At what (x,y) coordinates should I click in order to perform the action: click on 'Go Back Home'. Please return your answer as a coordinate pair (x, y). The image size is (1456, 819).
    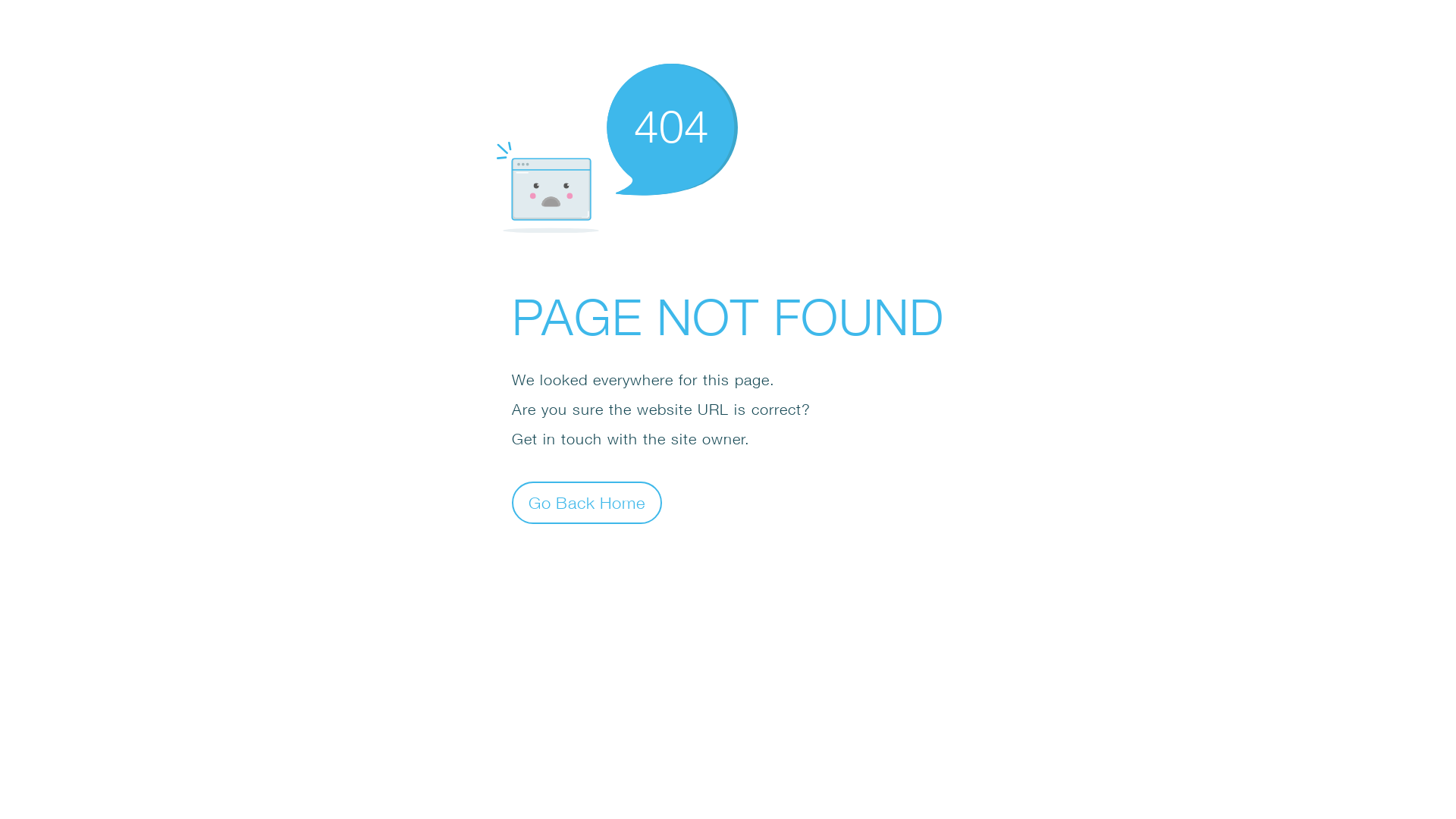
    Looking at the image, I should click on (585, 503).